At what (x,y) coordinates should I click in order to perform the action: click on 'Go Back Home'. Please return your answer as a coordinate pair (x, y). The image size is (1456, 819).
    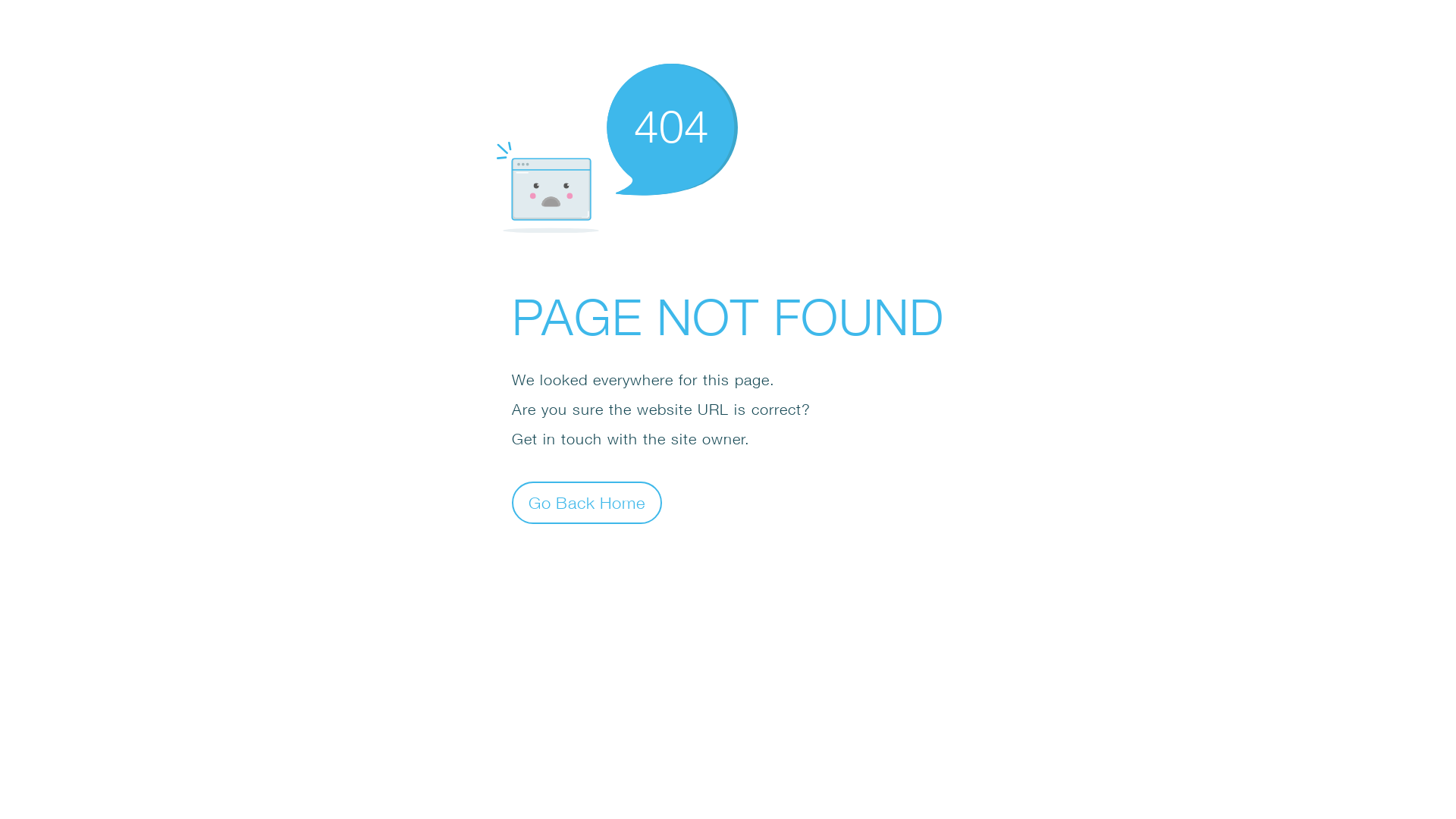
    Looking at the image, I should click on (585, 503).